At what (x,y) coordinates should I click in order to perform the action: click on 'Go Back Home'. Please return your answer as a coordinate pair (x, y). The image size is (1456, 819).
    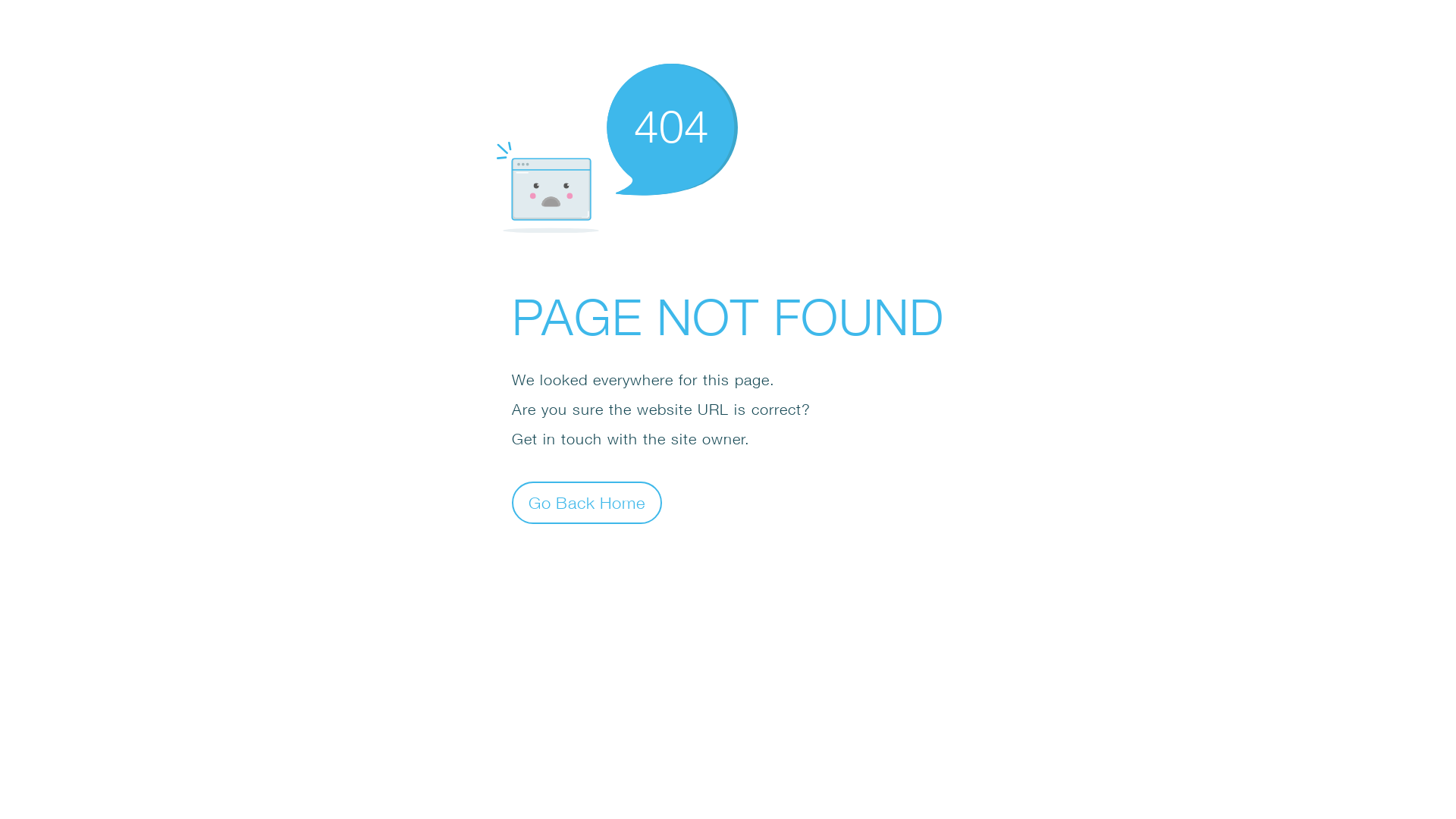
    Looking at the image, I should click on (585, 503).